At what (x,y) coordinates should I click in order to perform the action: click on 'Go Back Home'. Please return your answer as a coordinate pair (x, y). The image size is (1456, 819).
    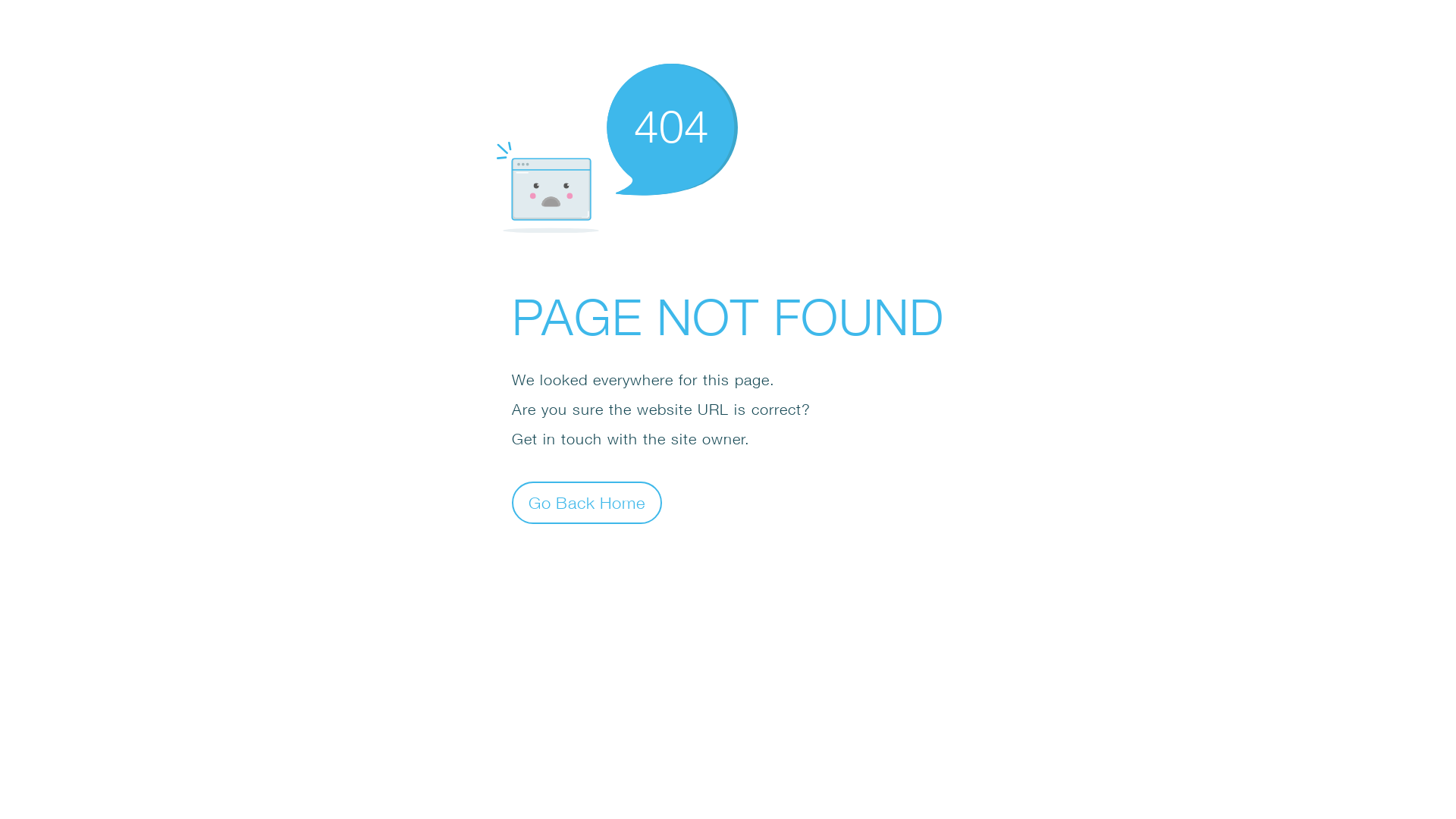
    Looking at the image, I should click on (585, 503).